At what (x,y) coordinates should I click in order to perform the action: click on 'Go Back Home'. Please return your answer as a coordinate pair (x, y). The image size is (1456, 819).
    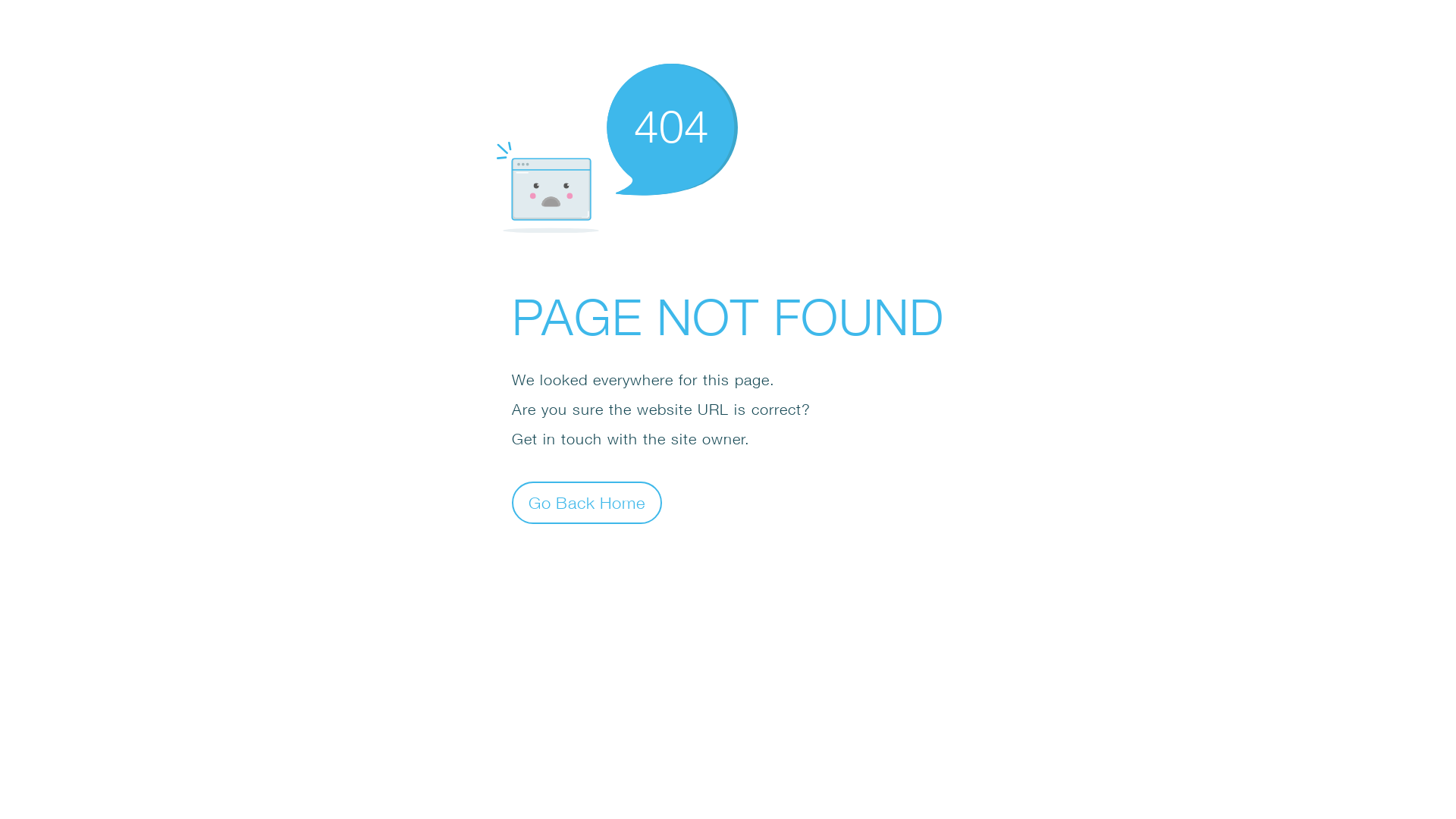
    Looking at the image, I should click on (585, 503).